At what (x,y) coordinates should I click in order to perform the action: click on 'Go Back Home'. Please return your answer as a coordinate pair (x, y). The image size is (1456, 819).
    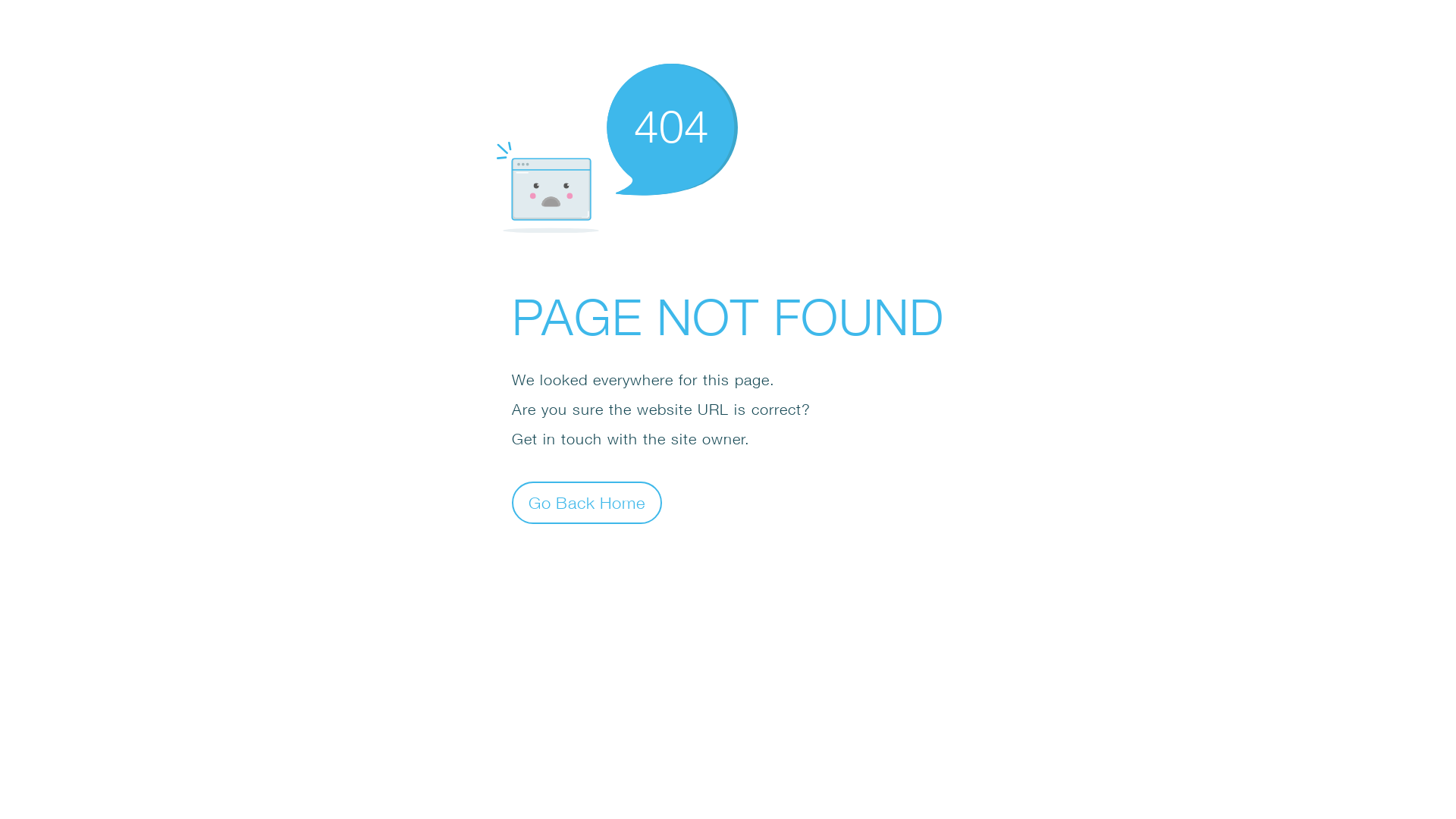
    Looking at the image, I should click on (585, 503).